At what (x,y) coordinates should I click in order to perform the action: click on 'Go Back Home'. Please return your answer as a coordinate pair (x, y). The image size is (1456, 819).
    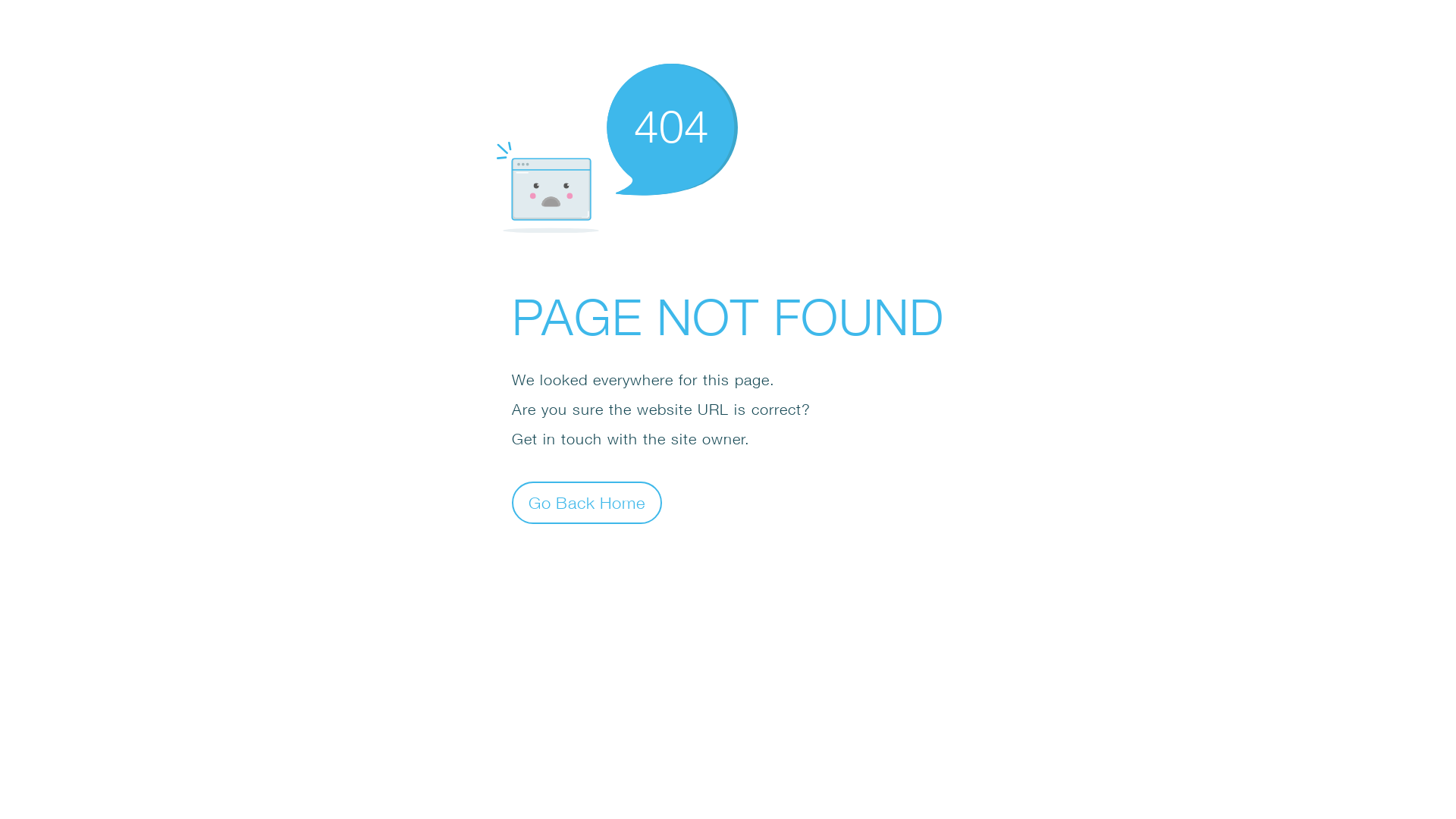
    Looking at the image, I should click on (585, 503).